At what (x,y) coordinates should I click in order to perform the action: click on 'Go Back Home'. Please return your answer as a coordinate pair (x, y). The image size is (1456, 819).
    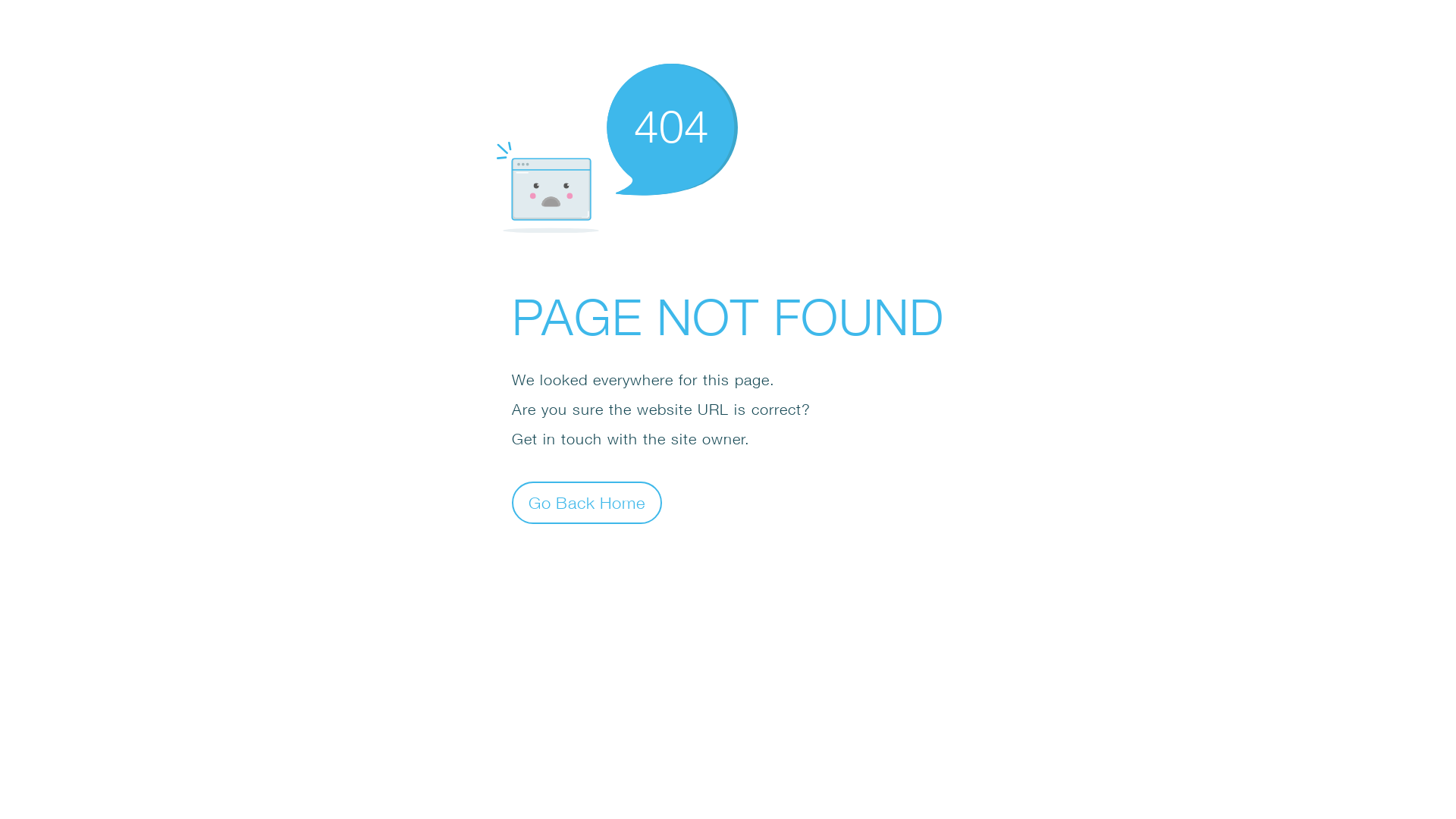
    Looking at the image, I should click on (585, 503).